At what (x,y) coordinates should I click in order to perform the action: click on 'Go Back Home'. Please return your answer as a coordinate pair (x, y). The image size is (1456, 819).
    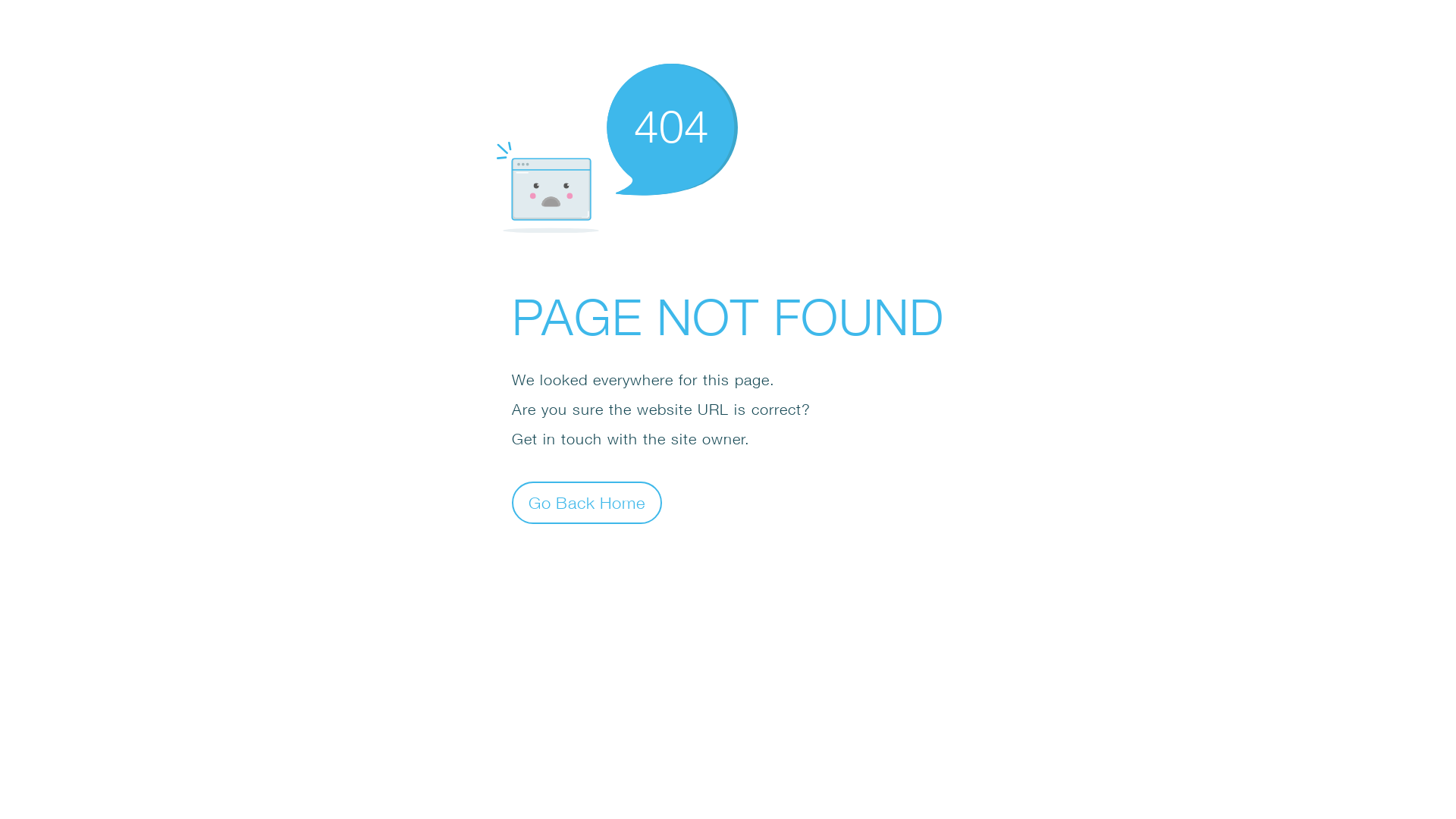
    Looking at the image, I should click on (585, 503).